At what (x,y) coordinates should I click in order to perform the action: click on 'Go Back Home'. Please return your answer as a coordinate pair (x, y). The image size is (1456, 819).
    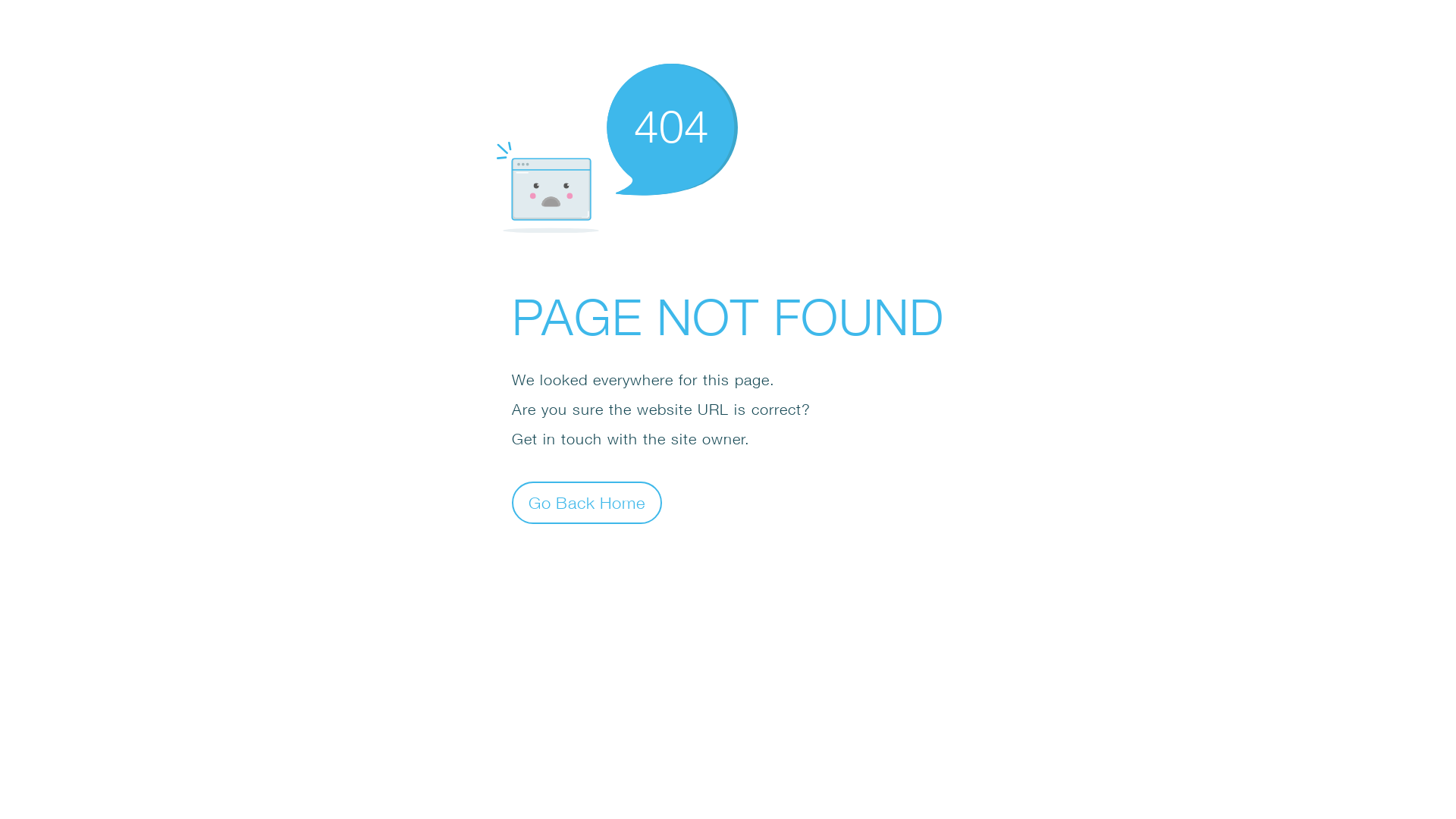
    Looking at the image, I should click on (585, 503).